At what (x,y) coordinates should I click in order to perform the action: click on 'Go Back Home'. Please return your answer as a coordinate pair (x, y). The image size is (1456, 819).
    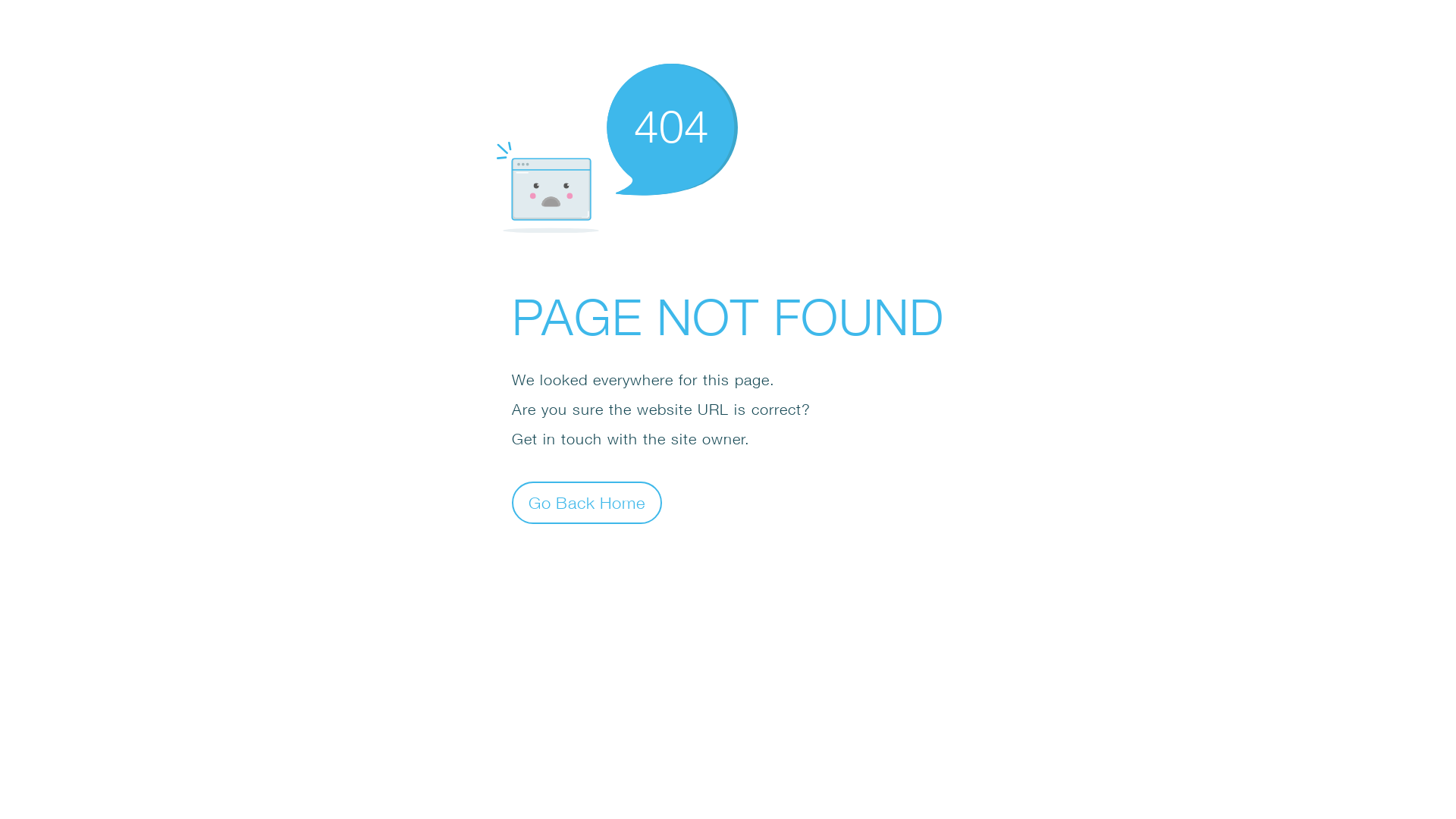
    Looking at the image, I should click on (585, 503).